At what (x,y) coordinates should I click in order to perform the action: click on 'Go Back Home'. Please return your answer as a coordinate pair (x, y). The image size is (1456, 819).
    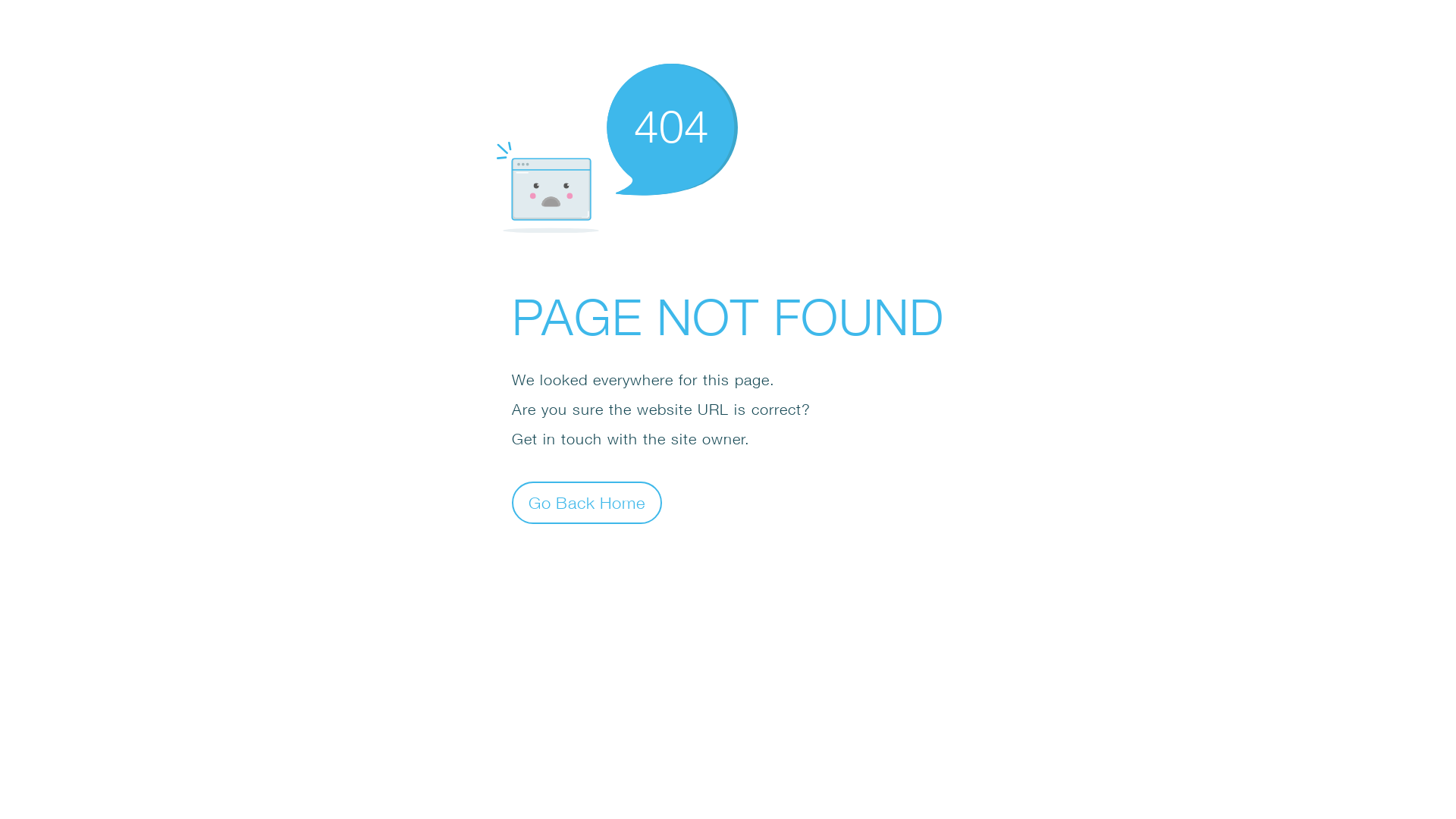
    Looking at the image, I should click on (585, 503).